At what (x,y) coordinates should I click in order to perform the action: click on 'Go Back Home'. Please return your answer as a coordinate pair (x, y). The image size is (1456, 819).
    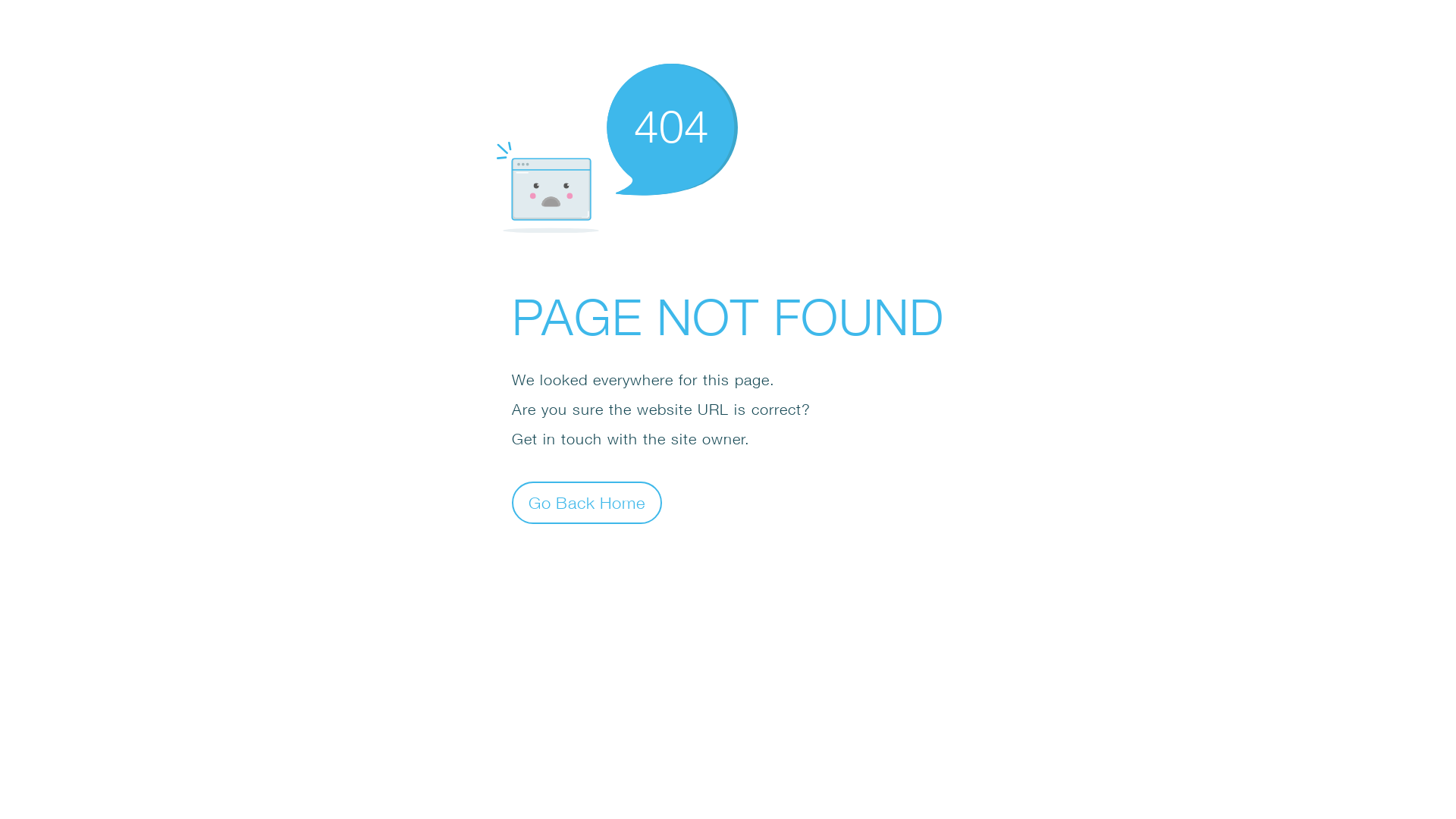
    Looking at the image, I should click on (585, 503).